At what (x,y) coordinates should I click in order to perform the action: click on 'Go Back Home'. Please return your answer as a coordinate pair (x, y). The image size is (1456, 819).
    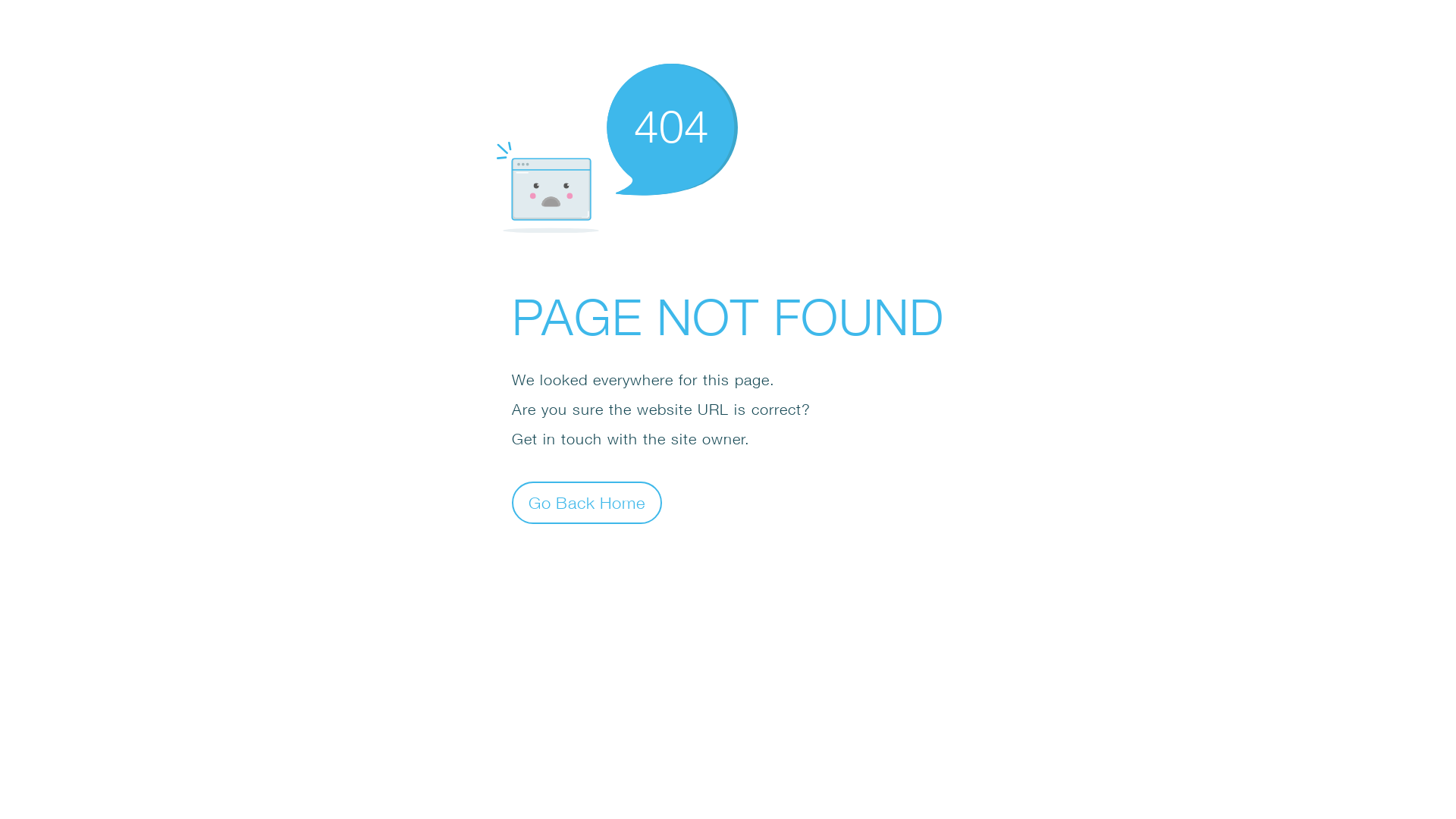
    Looking at the image, I should click on (585, 503).